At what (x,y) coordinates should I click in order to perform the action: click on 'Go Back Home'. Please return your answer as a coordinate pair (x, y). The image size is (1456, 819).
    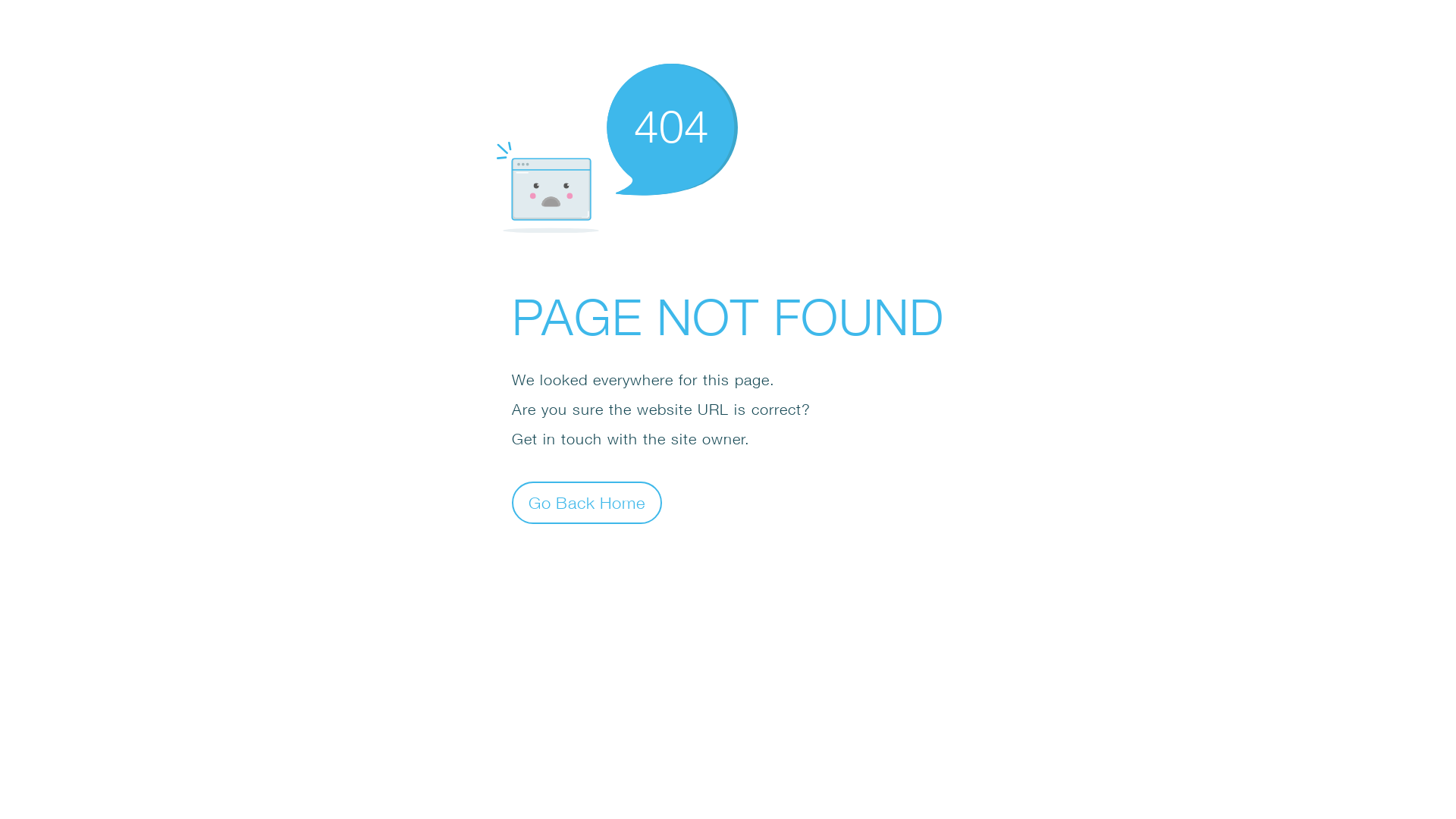
    Looking at the image, I should click on (585, 503).